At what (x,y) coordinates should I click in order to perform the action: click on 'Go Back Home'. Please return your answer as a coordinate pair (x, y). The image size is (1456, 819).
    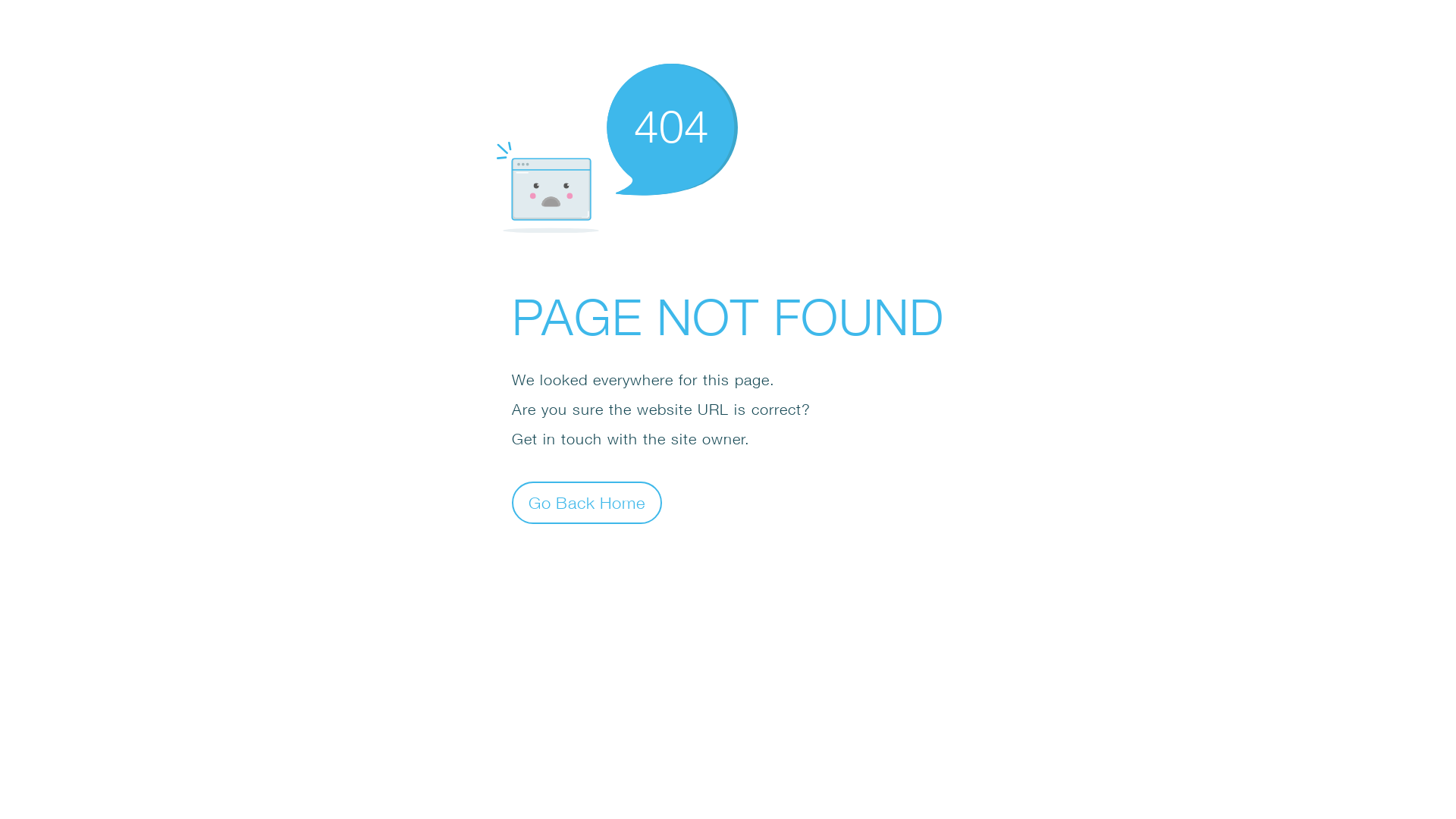
    Looking at the image, I should click on (585, 503).